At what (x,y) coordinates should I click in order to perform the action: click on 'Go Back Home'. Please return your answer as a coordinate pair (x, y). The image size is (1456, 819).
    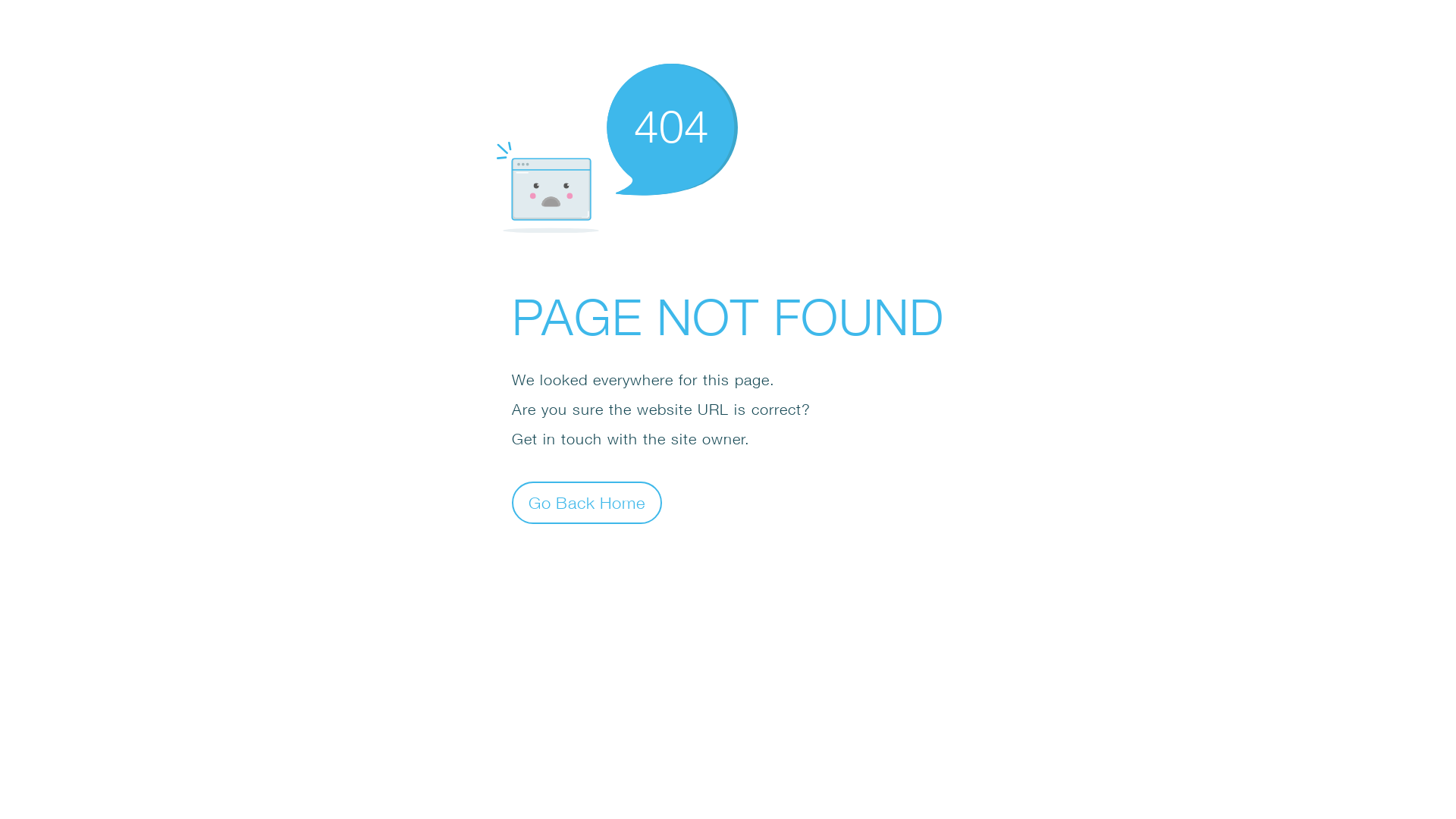
    Looking at the image, I should click on (585, 503).